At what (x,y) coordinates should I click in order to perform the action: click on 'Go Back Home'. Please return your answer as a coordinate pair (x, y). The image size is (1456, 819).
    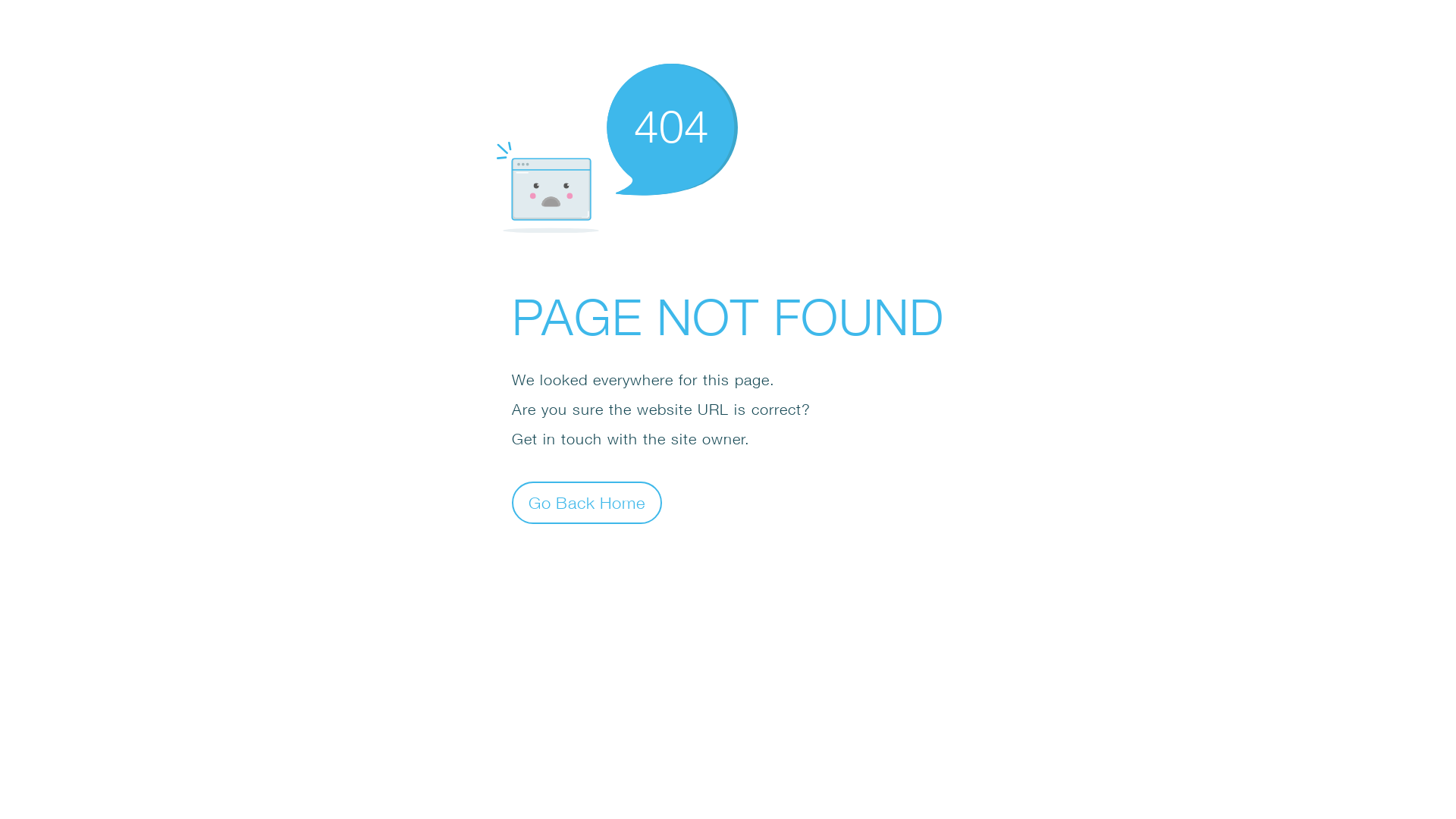
    Looking at the image, I should click on (585, 503).